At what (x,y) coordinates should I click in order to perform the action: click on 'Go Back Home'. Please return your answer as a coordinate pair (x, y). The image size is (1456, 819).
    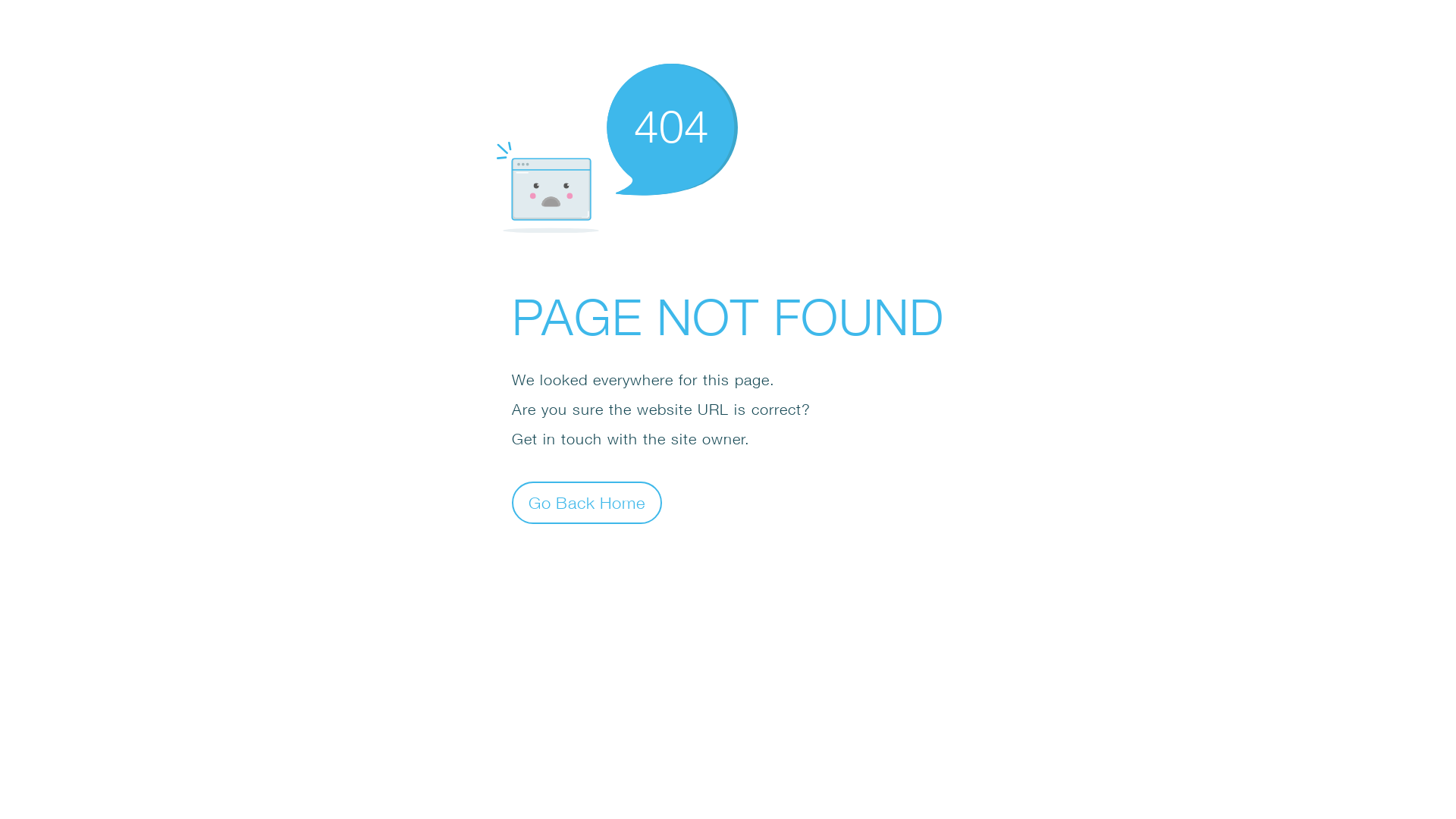
    Looking at the image, I should click on (585, 503).